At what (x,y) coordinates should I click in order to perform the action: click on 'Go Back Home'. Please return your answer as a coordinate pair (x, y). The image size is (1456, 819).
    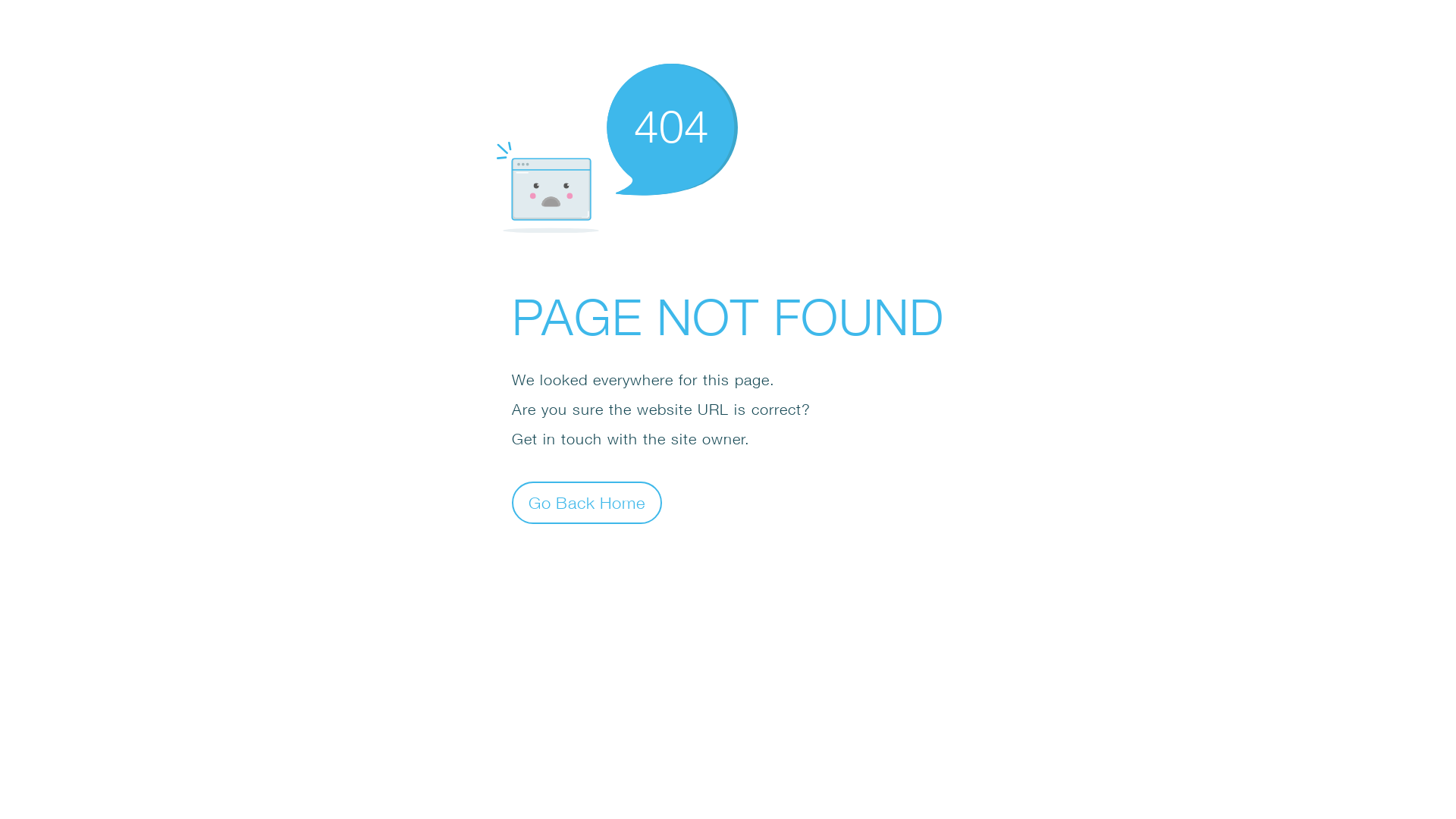
    Looking at the image, I should click on (585, 503).